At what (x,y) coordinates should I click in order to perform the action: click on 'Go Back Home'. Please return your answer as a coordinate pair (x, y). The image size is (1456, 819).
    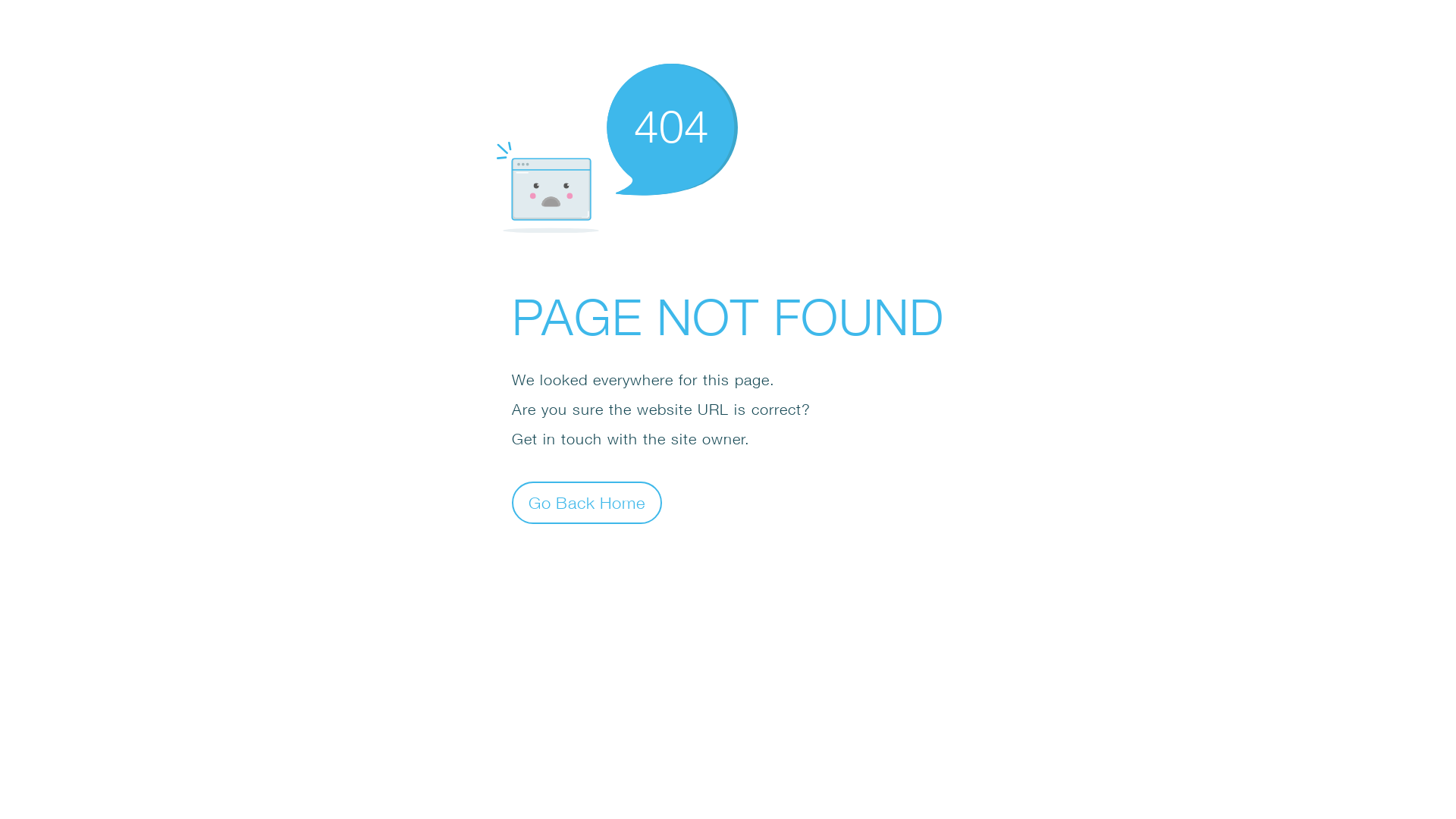
    Looking at the image, I should click on (585, 503).